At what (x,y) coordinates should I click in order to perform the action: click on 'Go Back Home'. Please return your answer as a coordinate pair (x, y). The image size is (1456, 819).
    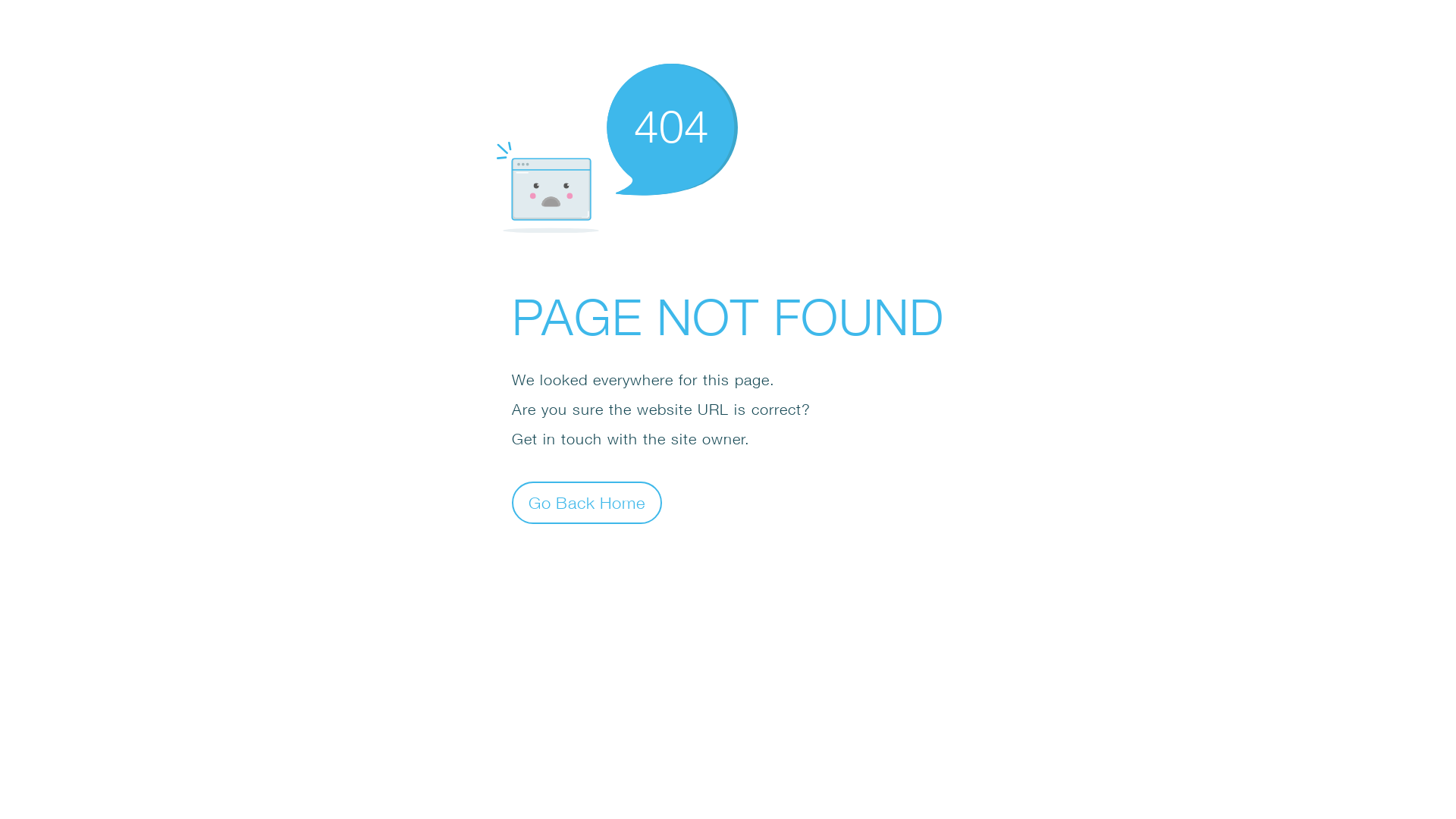
    Looking at the image, I should click on (585, 503).